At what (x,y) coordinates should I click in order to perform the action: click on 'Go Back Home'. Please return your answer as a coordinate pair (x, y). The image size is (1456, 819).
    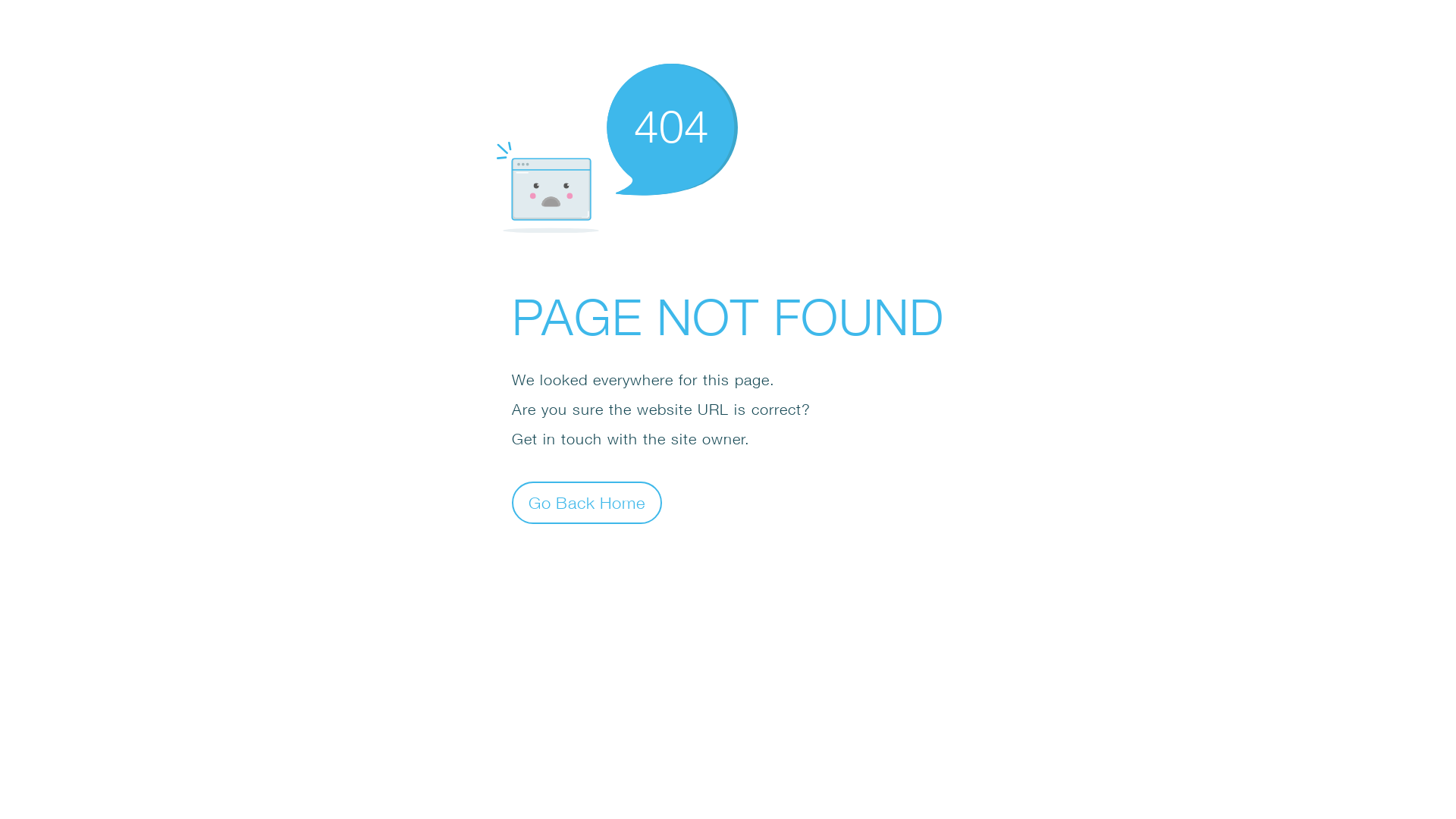
    Looking at the image, I should click on (585, 503).